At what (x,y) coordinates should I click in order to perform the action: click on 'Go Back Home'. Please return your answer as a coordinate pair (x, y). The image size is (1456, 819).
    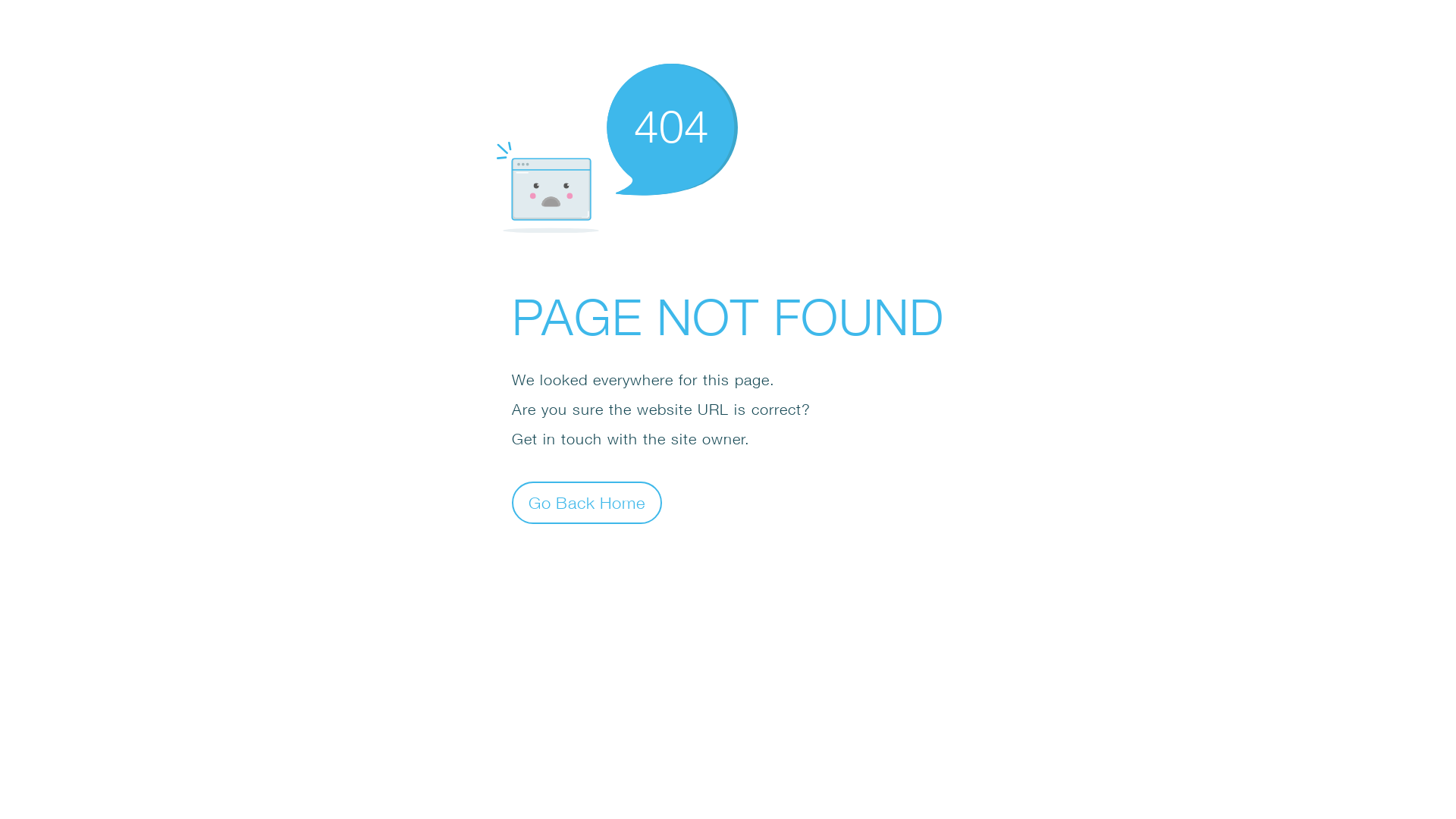
    Looking at the image, I should click on (585, 503).